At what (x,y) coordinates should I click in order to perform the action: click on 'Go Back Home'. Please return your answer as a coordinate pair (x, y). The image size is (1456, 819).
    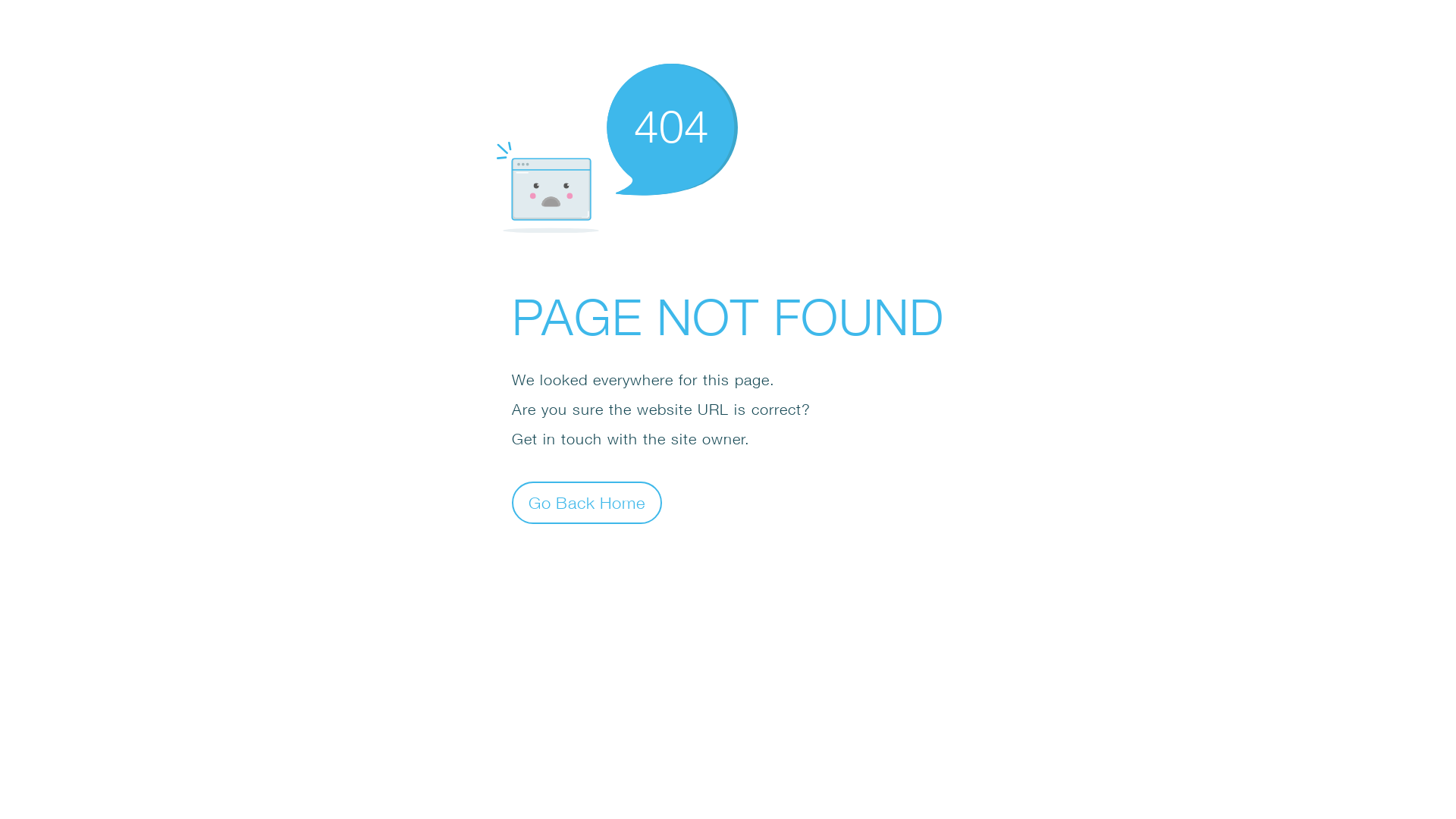
    Looking at the image, I should click on (585, 503).